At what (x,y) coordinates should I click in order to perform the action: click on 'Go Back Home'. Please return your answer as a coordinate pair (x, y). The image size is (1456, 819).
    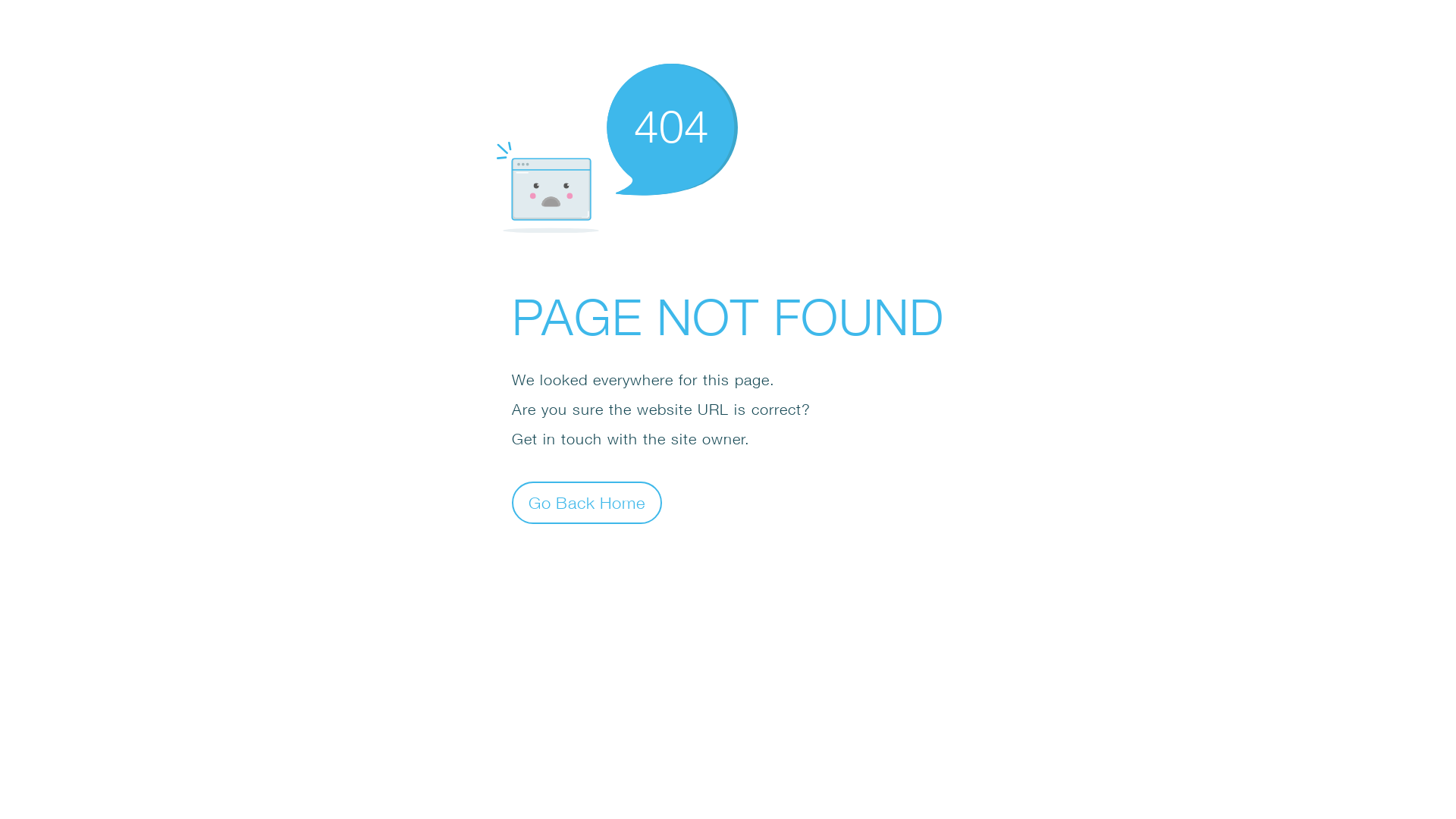
    Looking at the image, I should click on (585, 503).